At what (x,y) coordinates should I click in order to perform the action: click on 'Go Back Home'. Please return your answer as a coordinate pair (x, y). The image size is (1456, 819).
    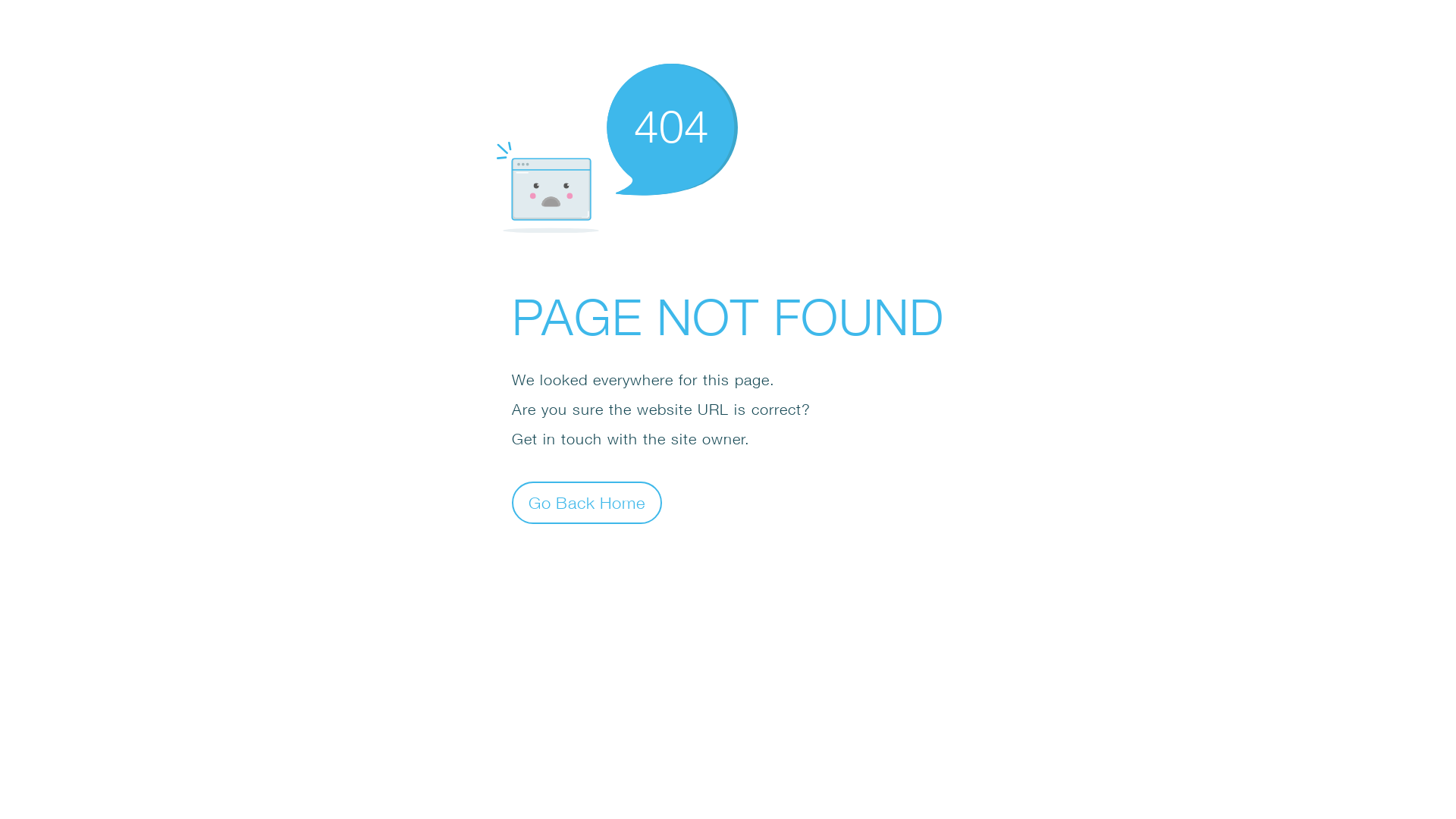
    Looking at the image, I should click on (585, 503).